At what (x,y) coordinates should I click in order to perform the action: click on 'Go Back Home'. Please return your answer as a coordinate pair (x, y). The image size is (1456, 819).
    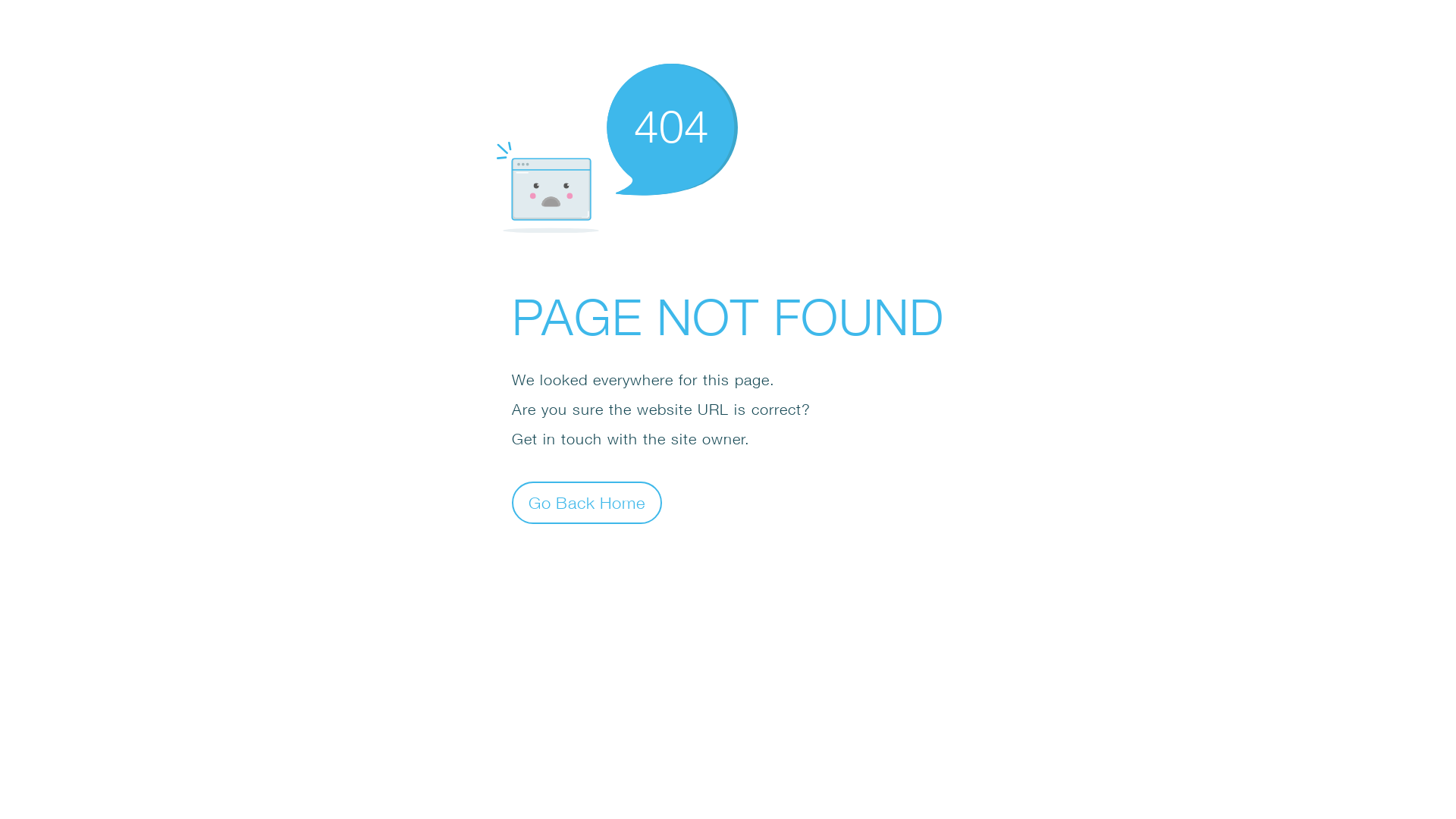
    Looking at the image, I should click on (585, 503).